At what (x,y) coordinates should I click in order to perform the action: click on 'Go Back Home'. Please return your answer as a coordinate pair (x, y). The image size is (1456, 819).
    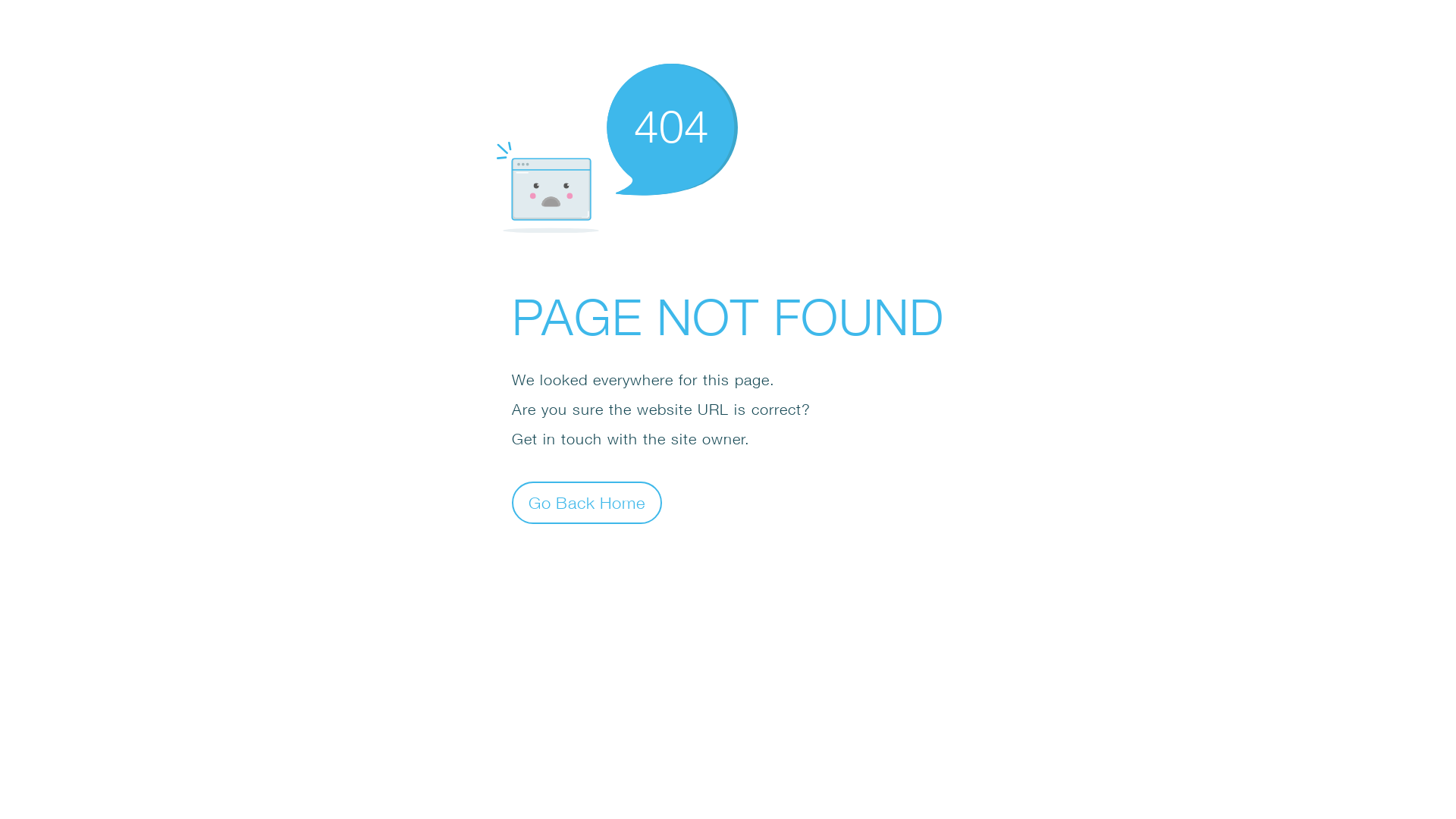
    Looking at the image, I should click on (585, 503).